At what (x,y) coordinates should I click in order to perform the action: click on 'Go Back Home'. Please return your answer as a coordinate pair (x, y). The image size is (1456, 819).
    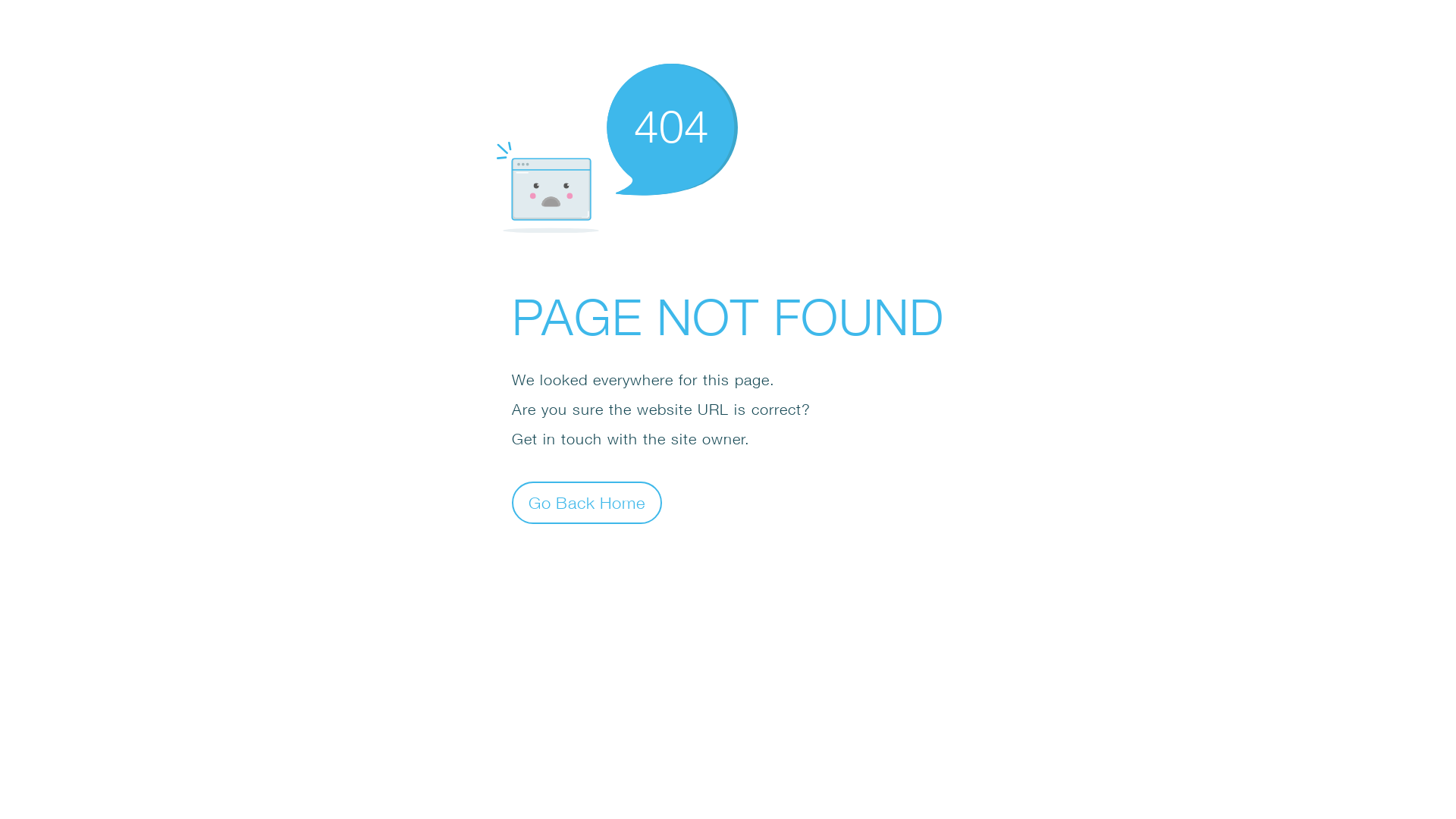
    Looking at the image, I should click on (585, 503).